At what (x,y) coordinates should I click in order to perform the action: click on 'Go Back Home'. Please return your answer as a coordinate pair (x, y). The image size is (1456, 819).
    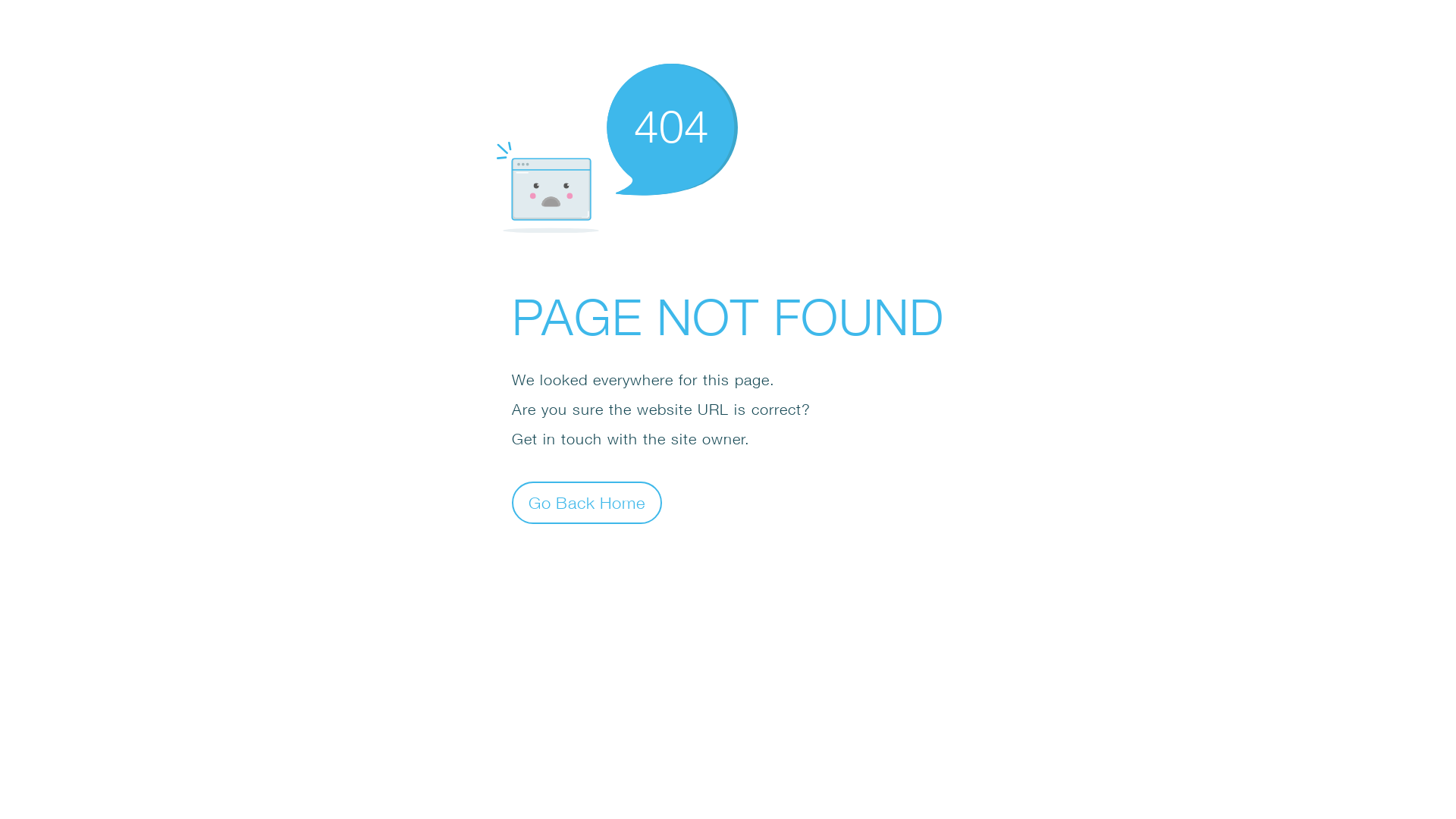
    Looking at the image, I should click on (585, 503).